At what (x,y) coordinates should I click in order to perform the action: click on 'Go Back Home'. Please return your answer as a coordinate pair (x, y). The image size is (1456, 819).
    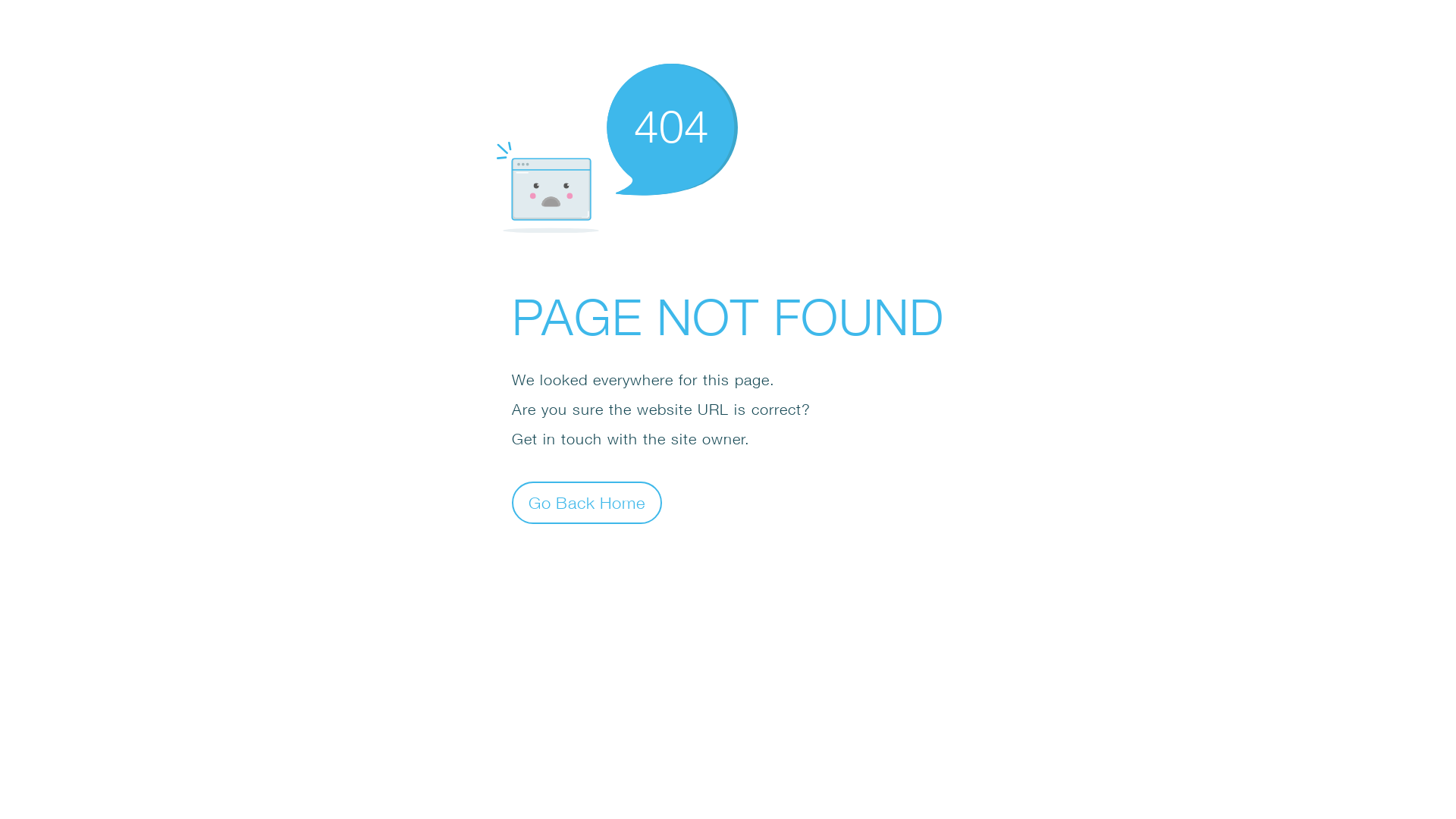
    Looking at the image, I should click on (585, 503).